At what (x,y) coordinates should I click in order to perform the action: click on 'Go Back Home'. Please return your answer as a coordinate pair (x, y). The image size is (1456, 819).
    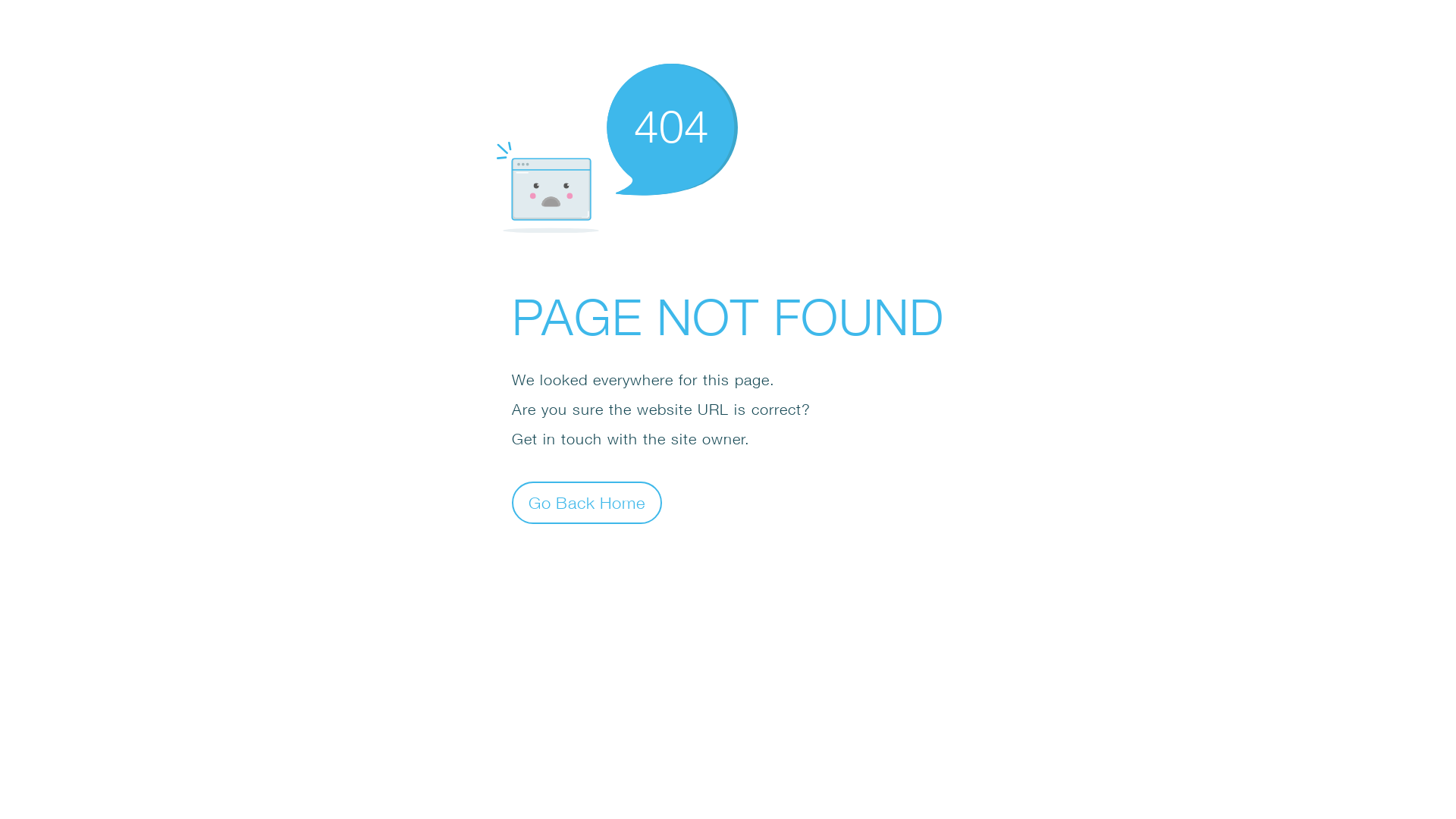
    Looking at the image, I should click on (585, 503).